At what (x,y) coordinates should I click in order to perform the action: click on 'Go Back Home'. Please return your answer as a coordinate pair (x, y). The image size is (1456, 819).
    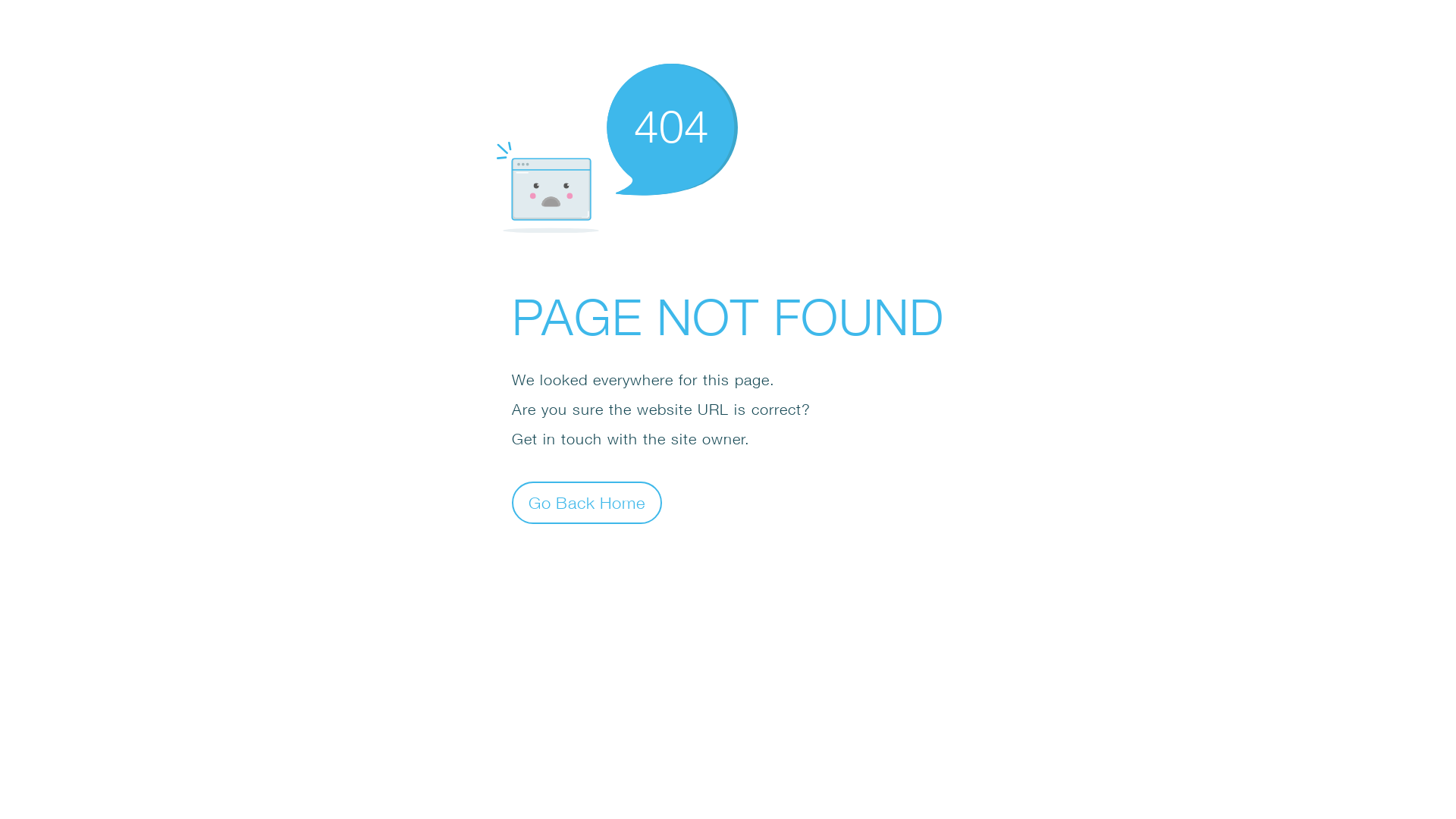
    Looking at the image, I should click on (585, 503).